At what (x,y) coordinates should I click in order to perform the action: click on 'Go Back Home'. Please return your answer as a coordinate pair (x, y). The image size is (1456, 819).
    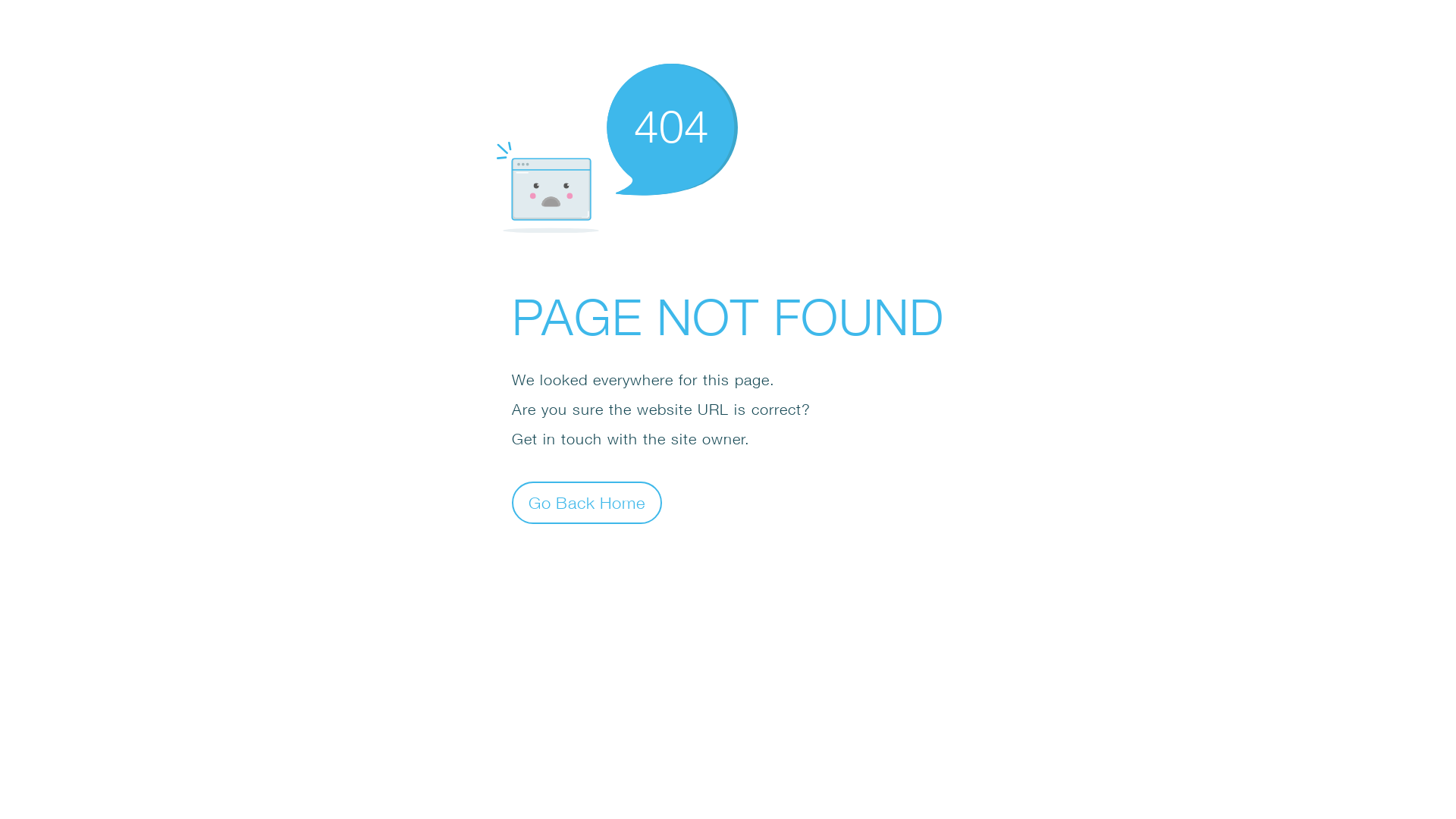
    Looking at the image, I should click on (585, 503).